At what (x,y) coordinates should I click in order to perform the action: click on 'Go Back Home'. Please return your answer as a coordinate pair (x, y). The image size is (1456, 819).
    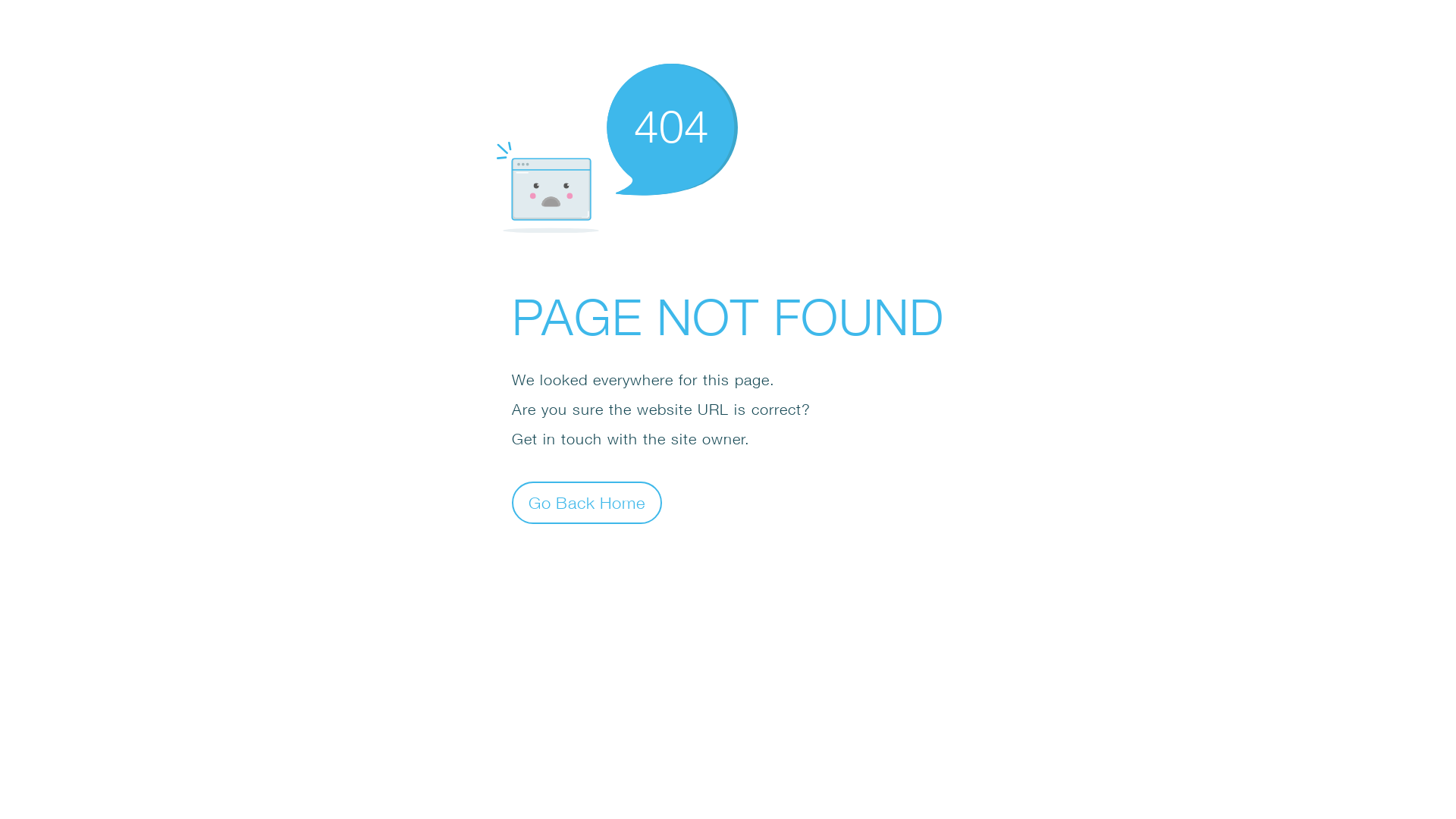
    Looking at the image, I should click on (585, 503).